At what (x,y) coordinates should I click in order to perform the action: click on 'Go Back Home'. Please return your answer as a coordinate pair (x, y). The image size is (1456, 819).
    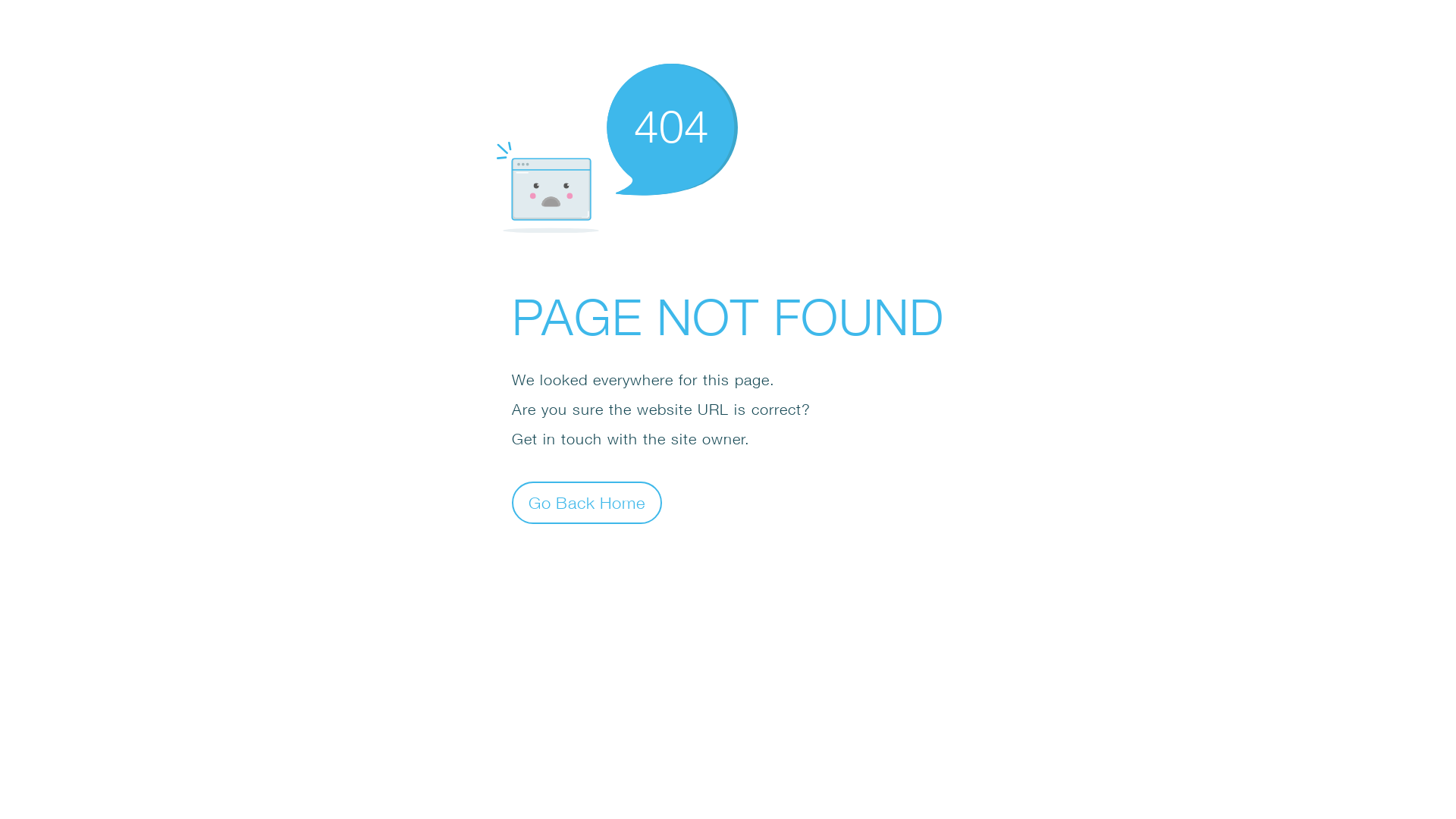
    Looking at the image, I should click on (585, 503).